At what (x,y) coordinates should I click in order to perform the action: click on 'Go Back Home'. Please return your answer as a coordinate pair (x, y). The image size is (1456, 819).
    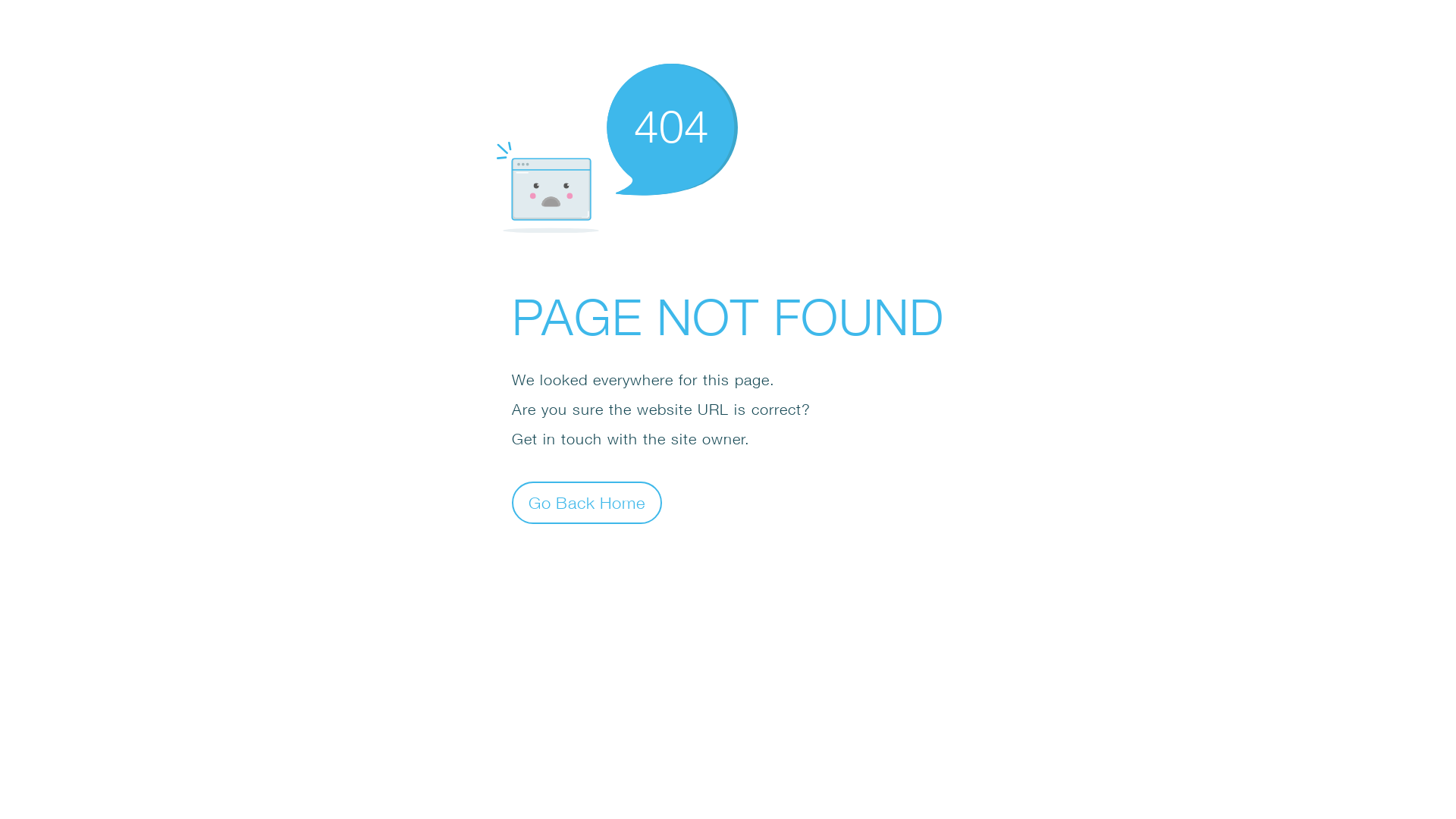
    Looking at the image, I should click on (585, 503).